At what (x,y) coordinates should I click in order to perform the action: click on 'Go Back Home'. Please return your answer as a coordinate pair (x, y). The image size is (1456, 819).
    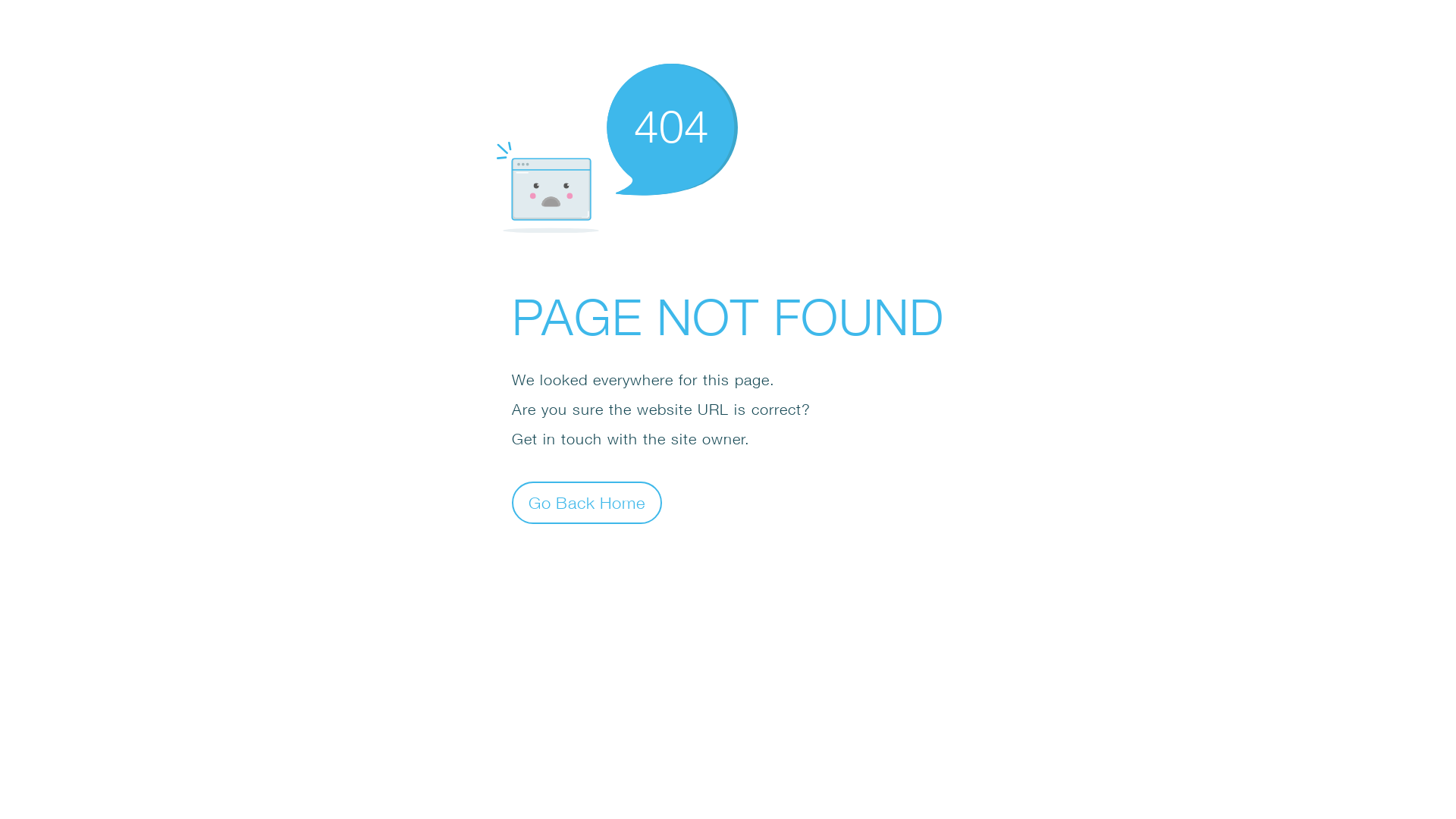
    Looking at the image, I should click on (585, 503).